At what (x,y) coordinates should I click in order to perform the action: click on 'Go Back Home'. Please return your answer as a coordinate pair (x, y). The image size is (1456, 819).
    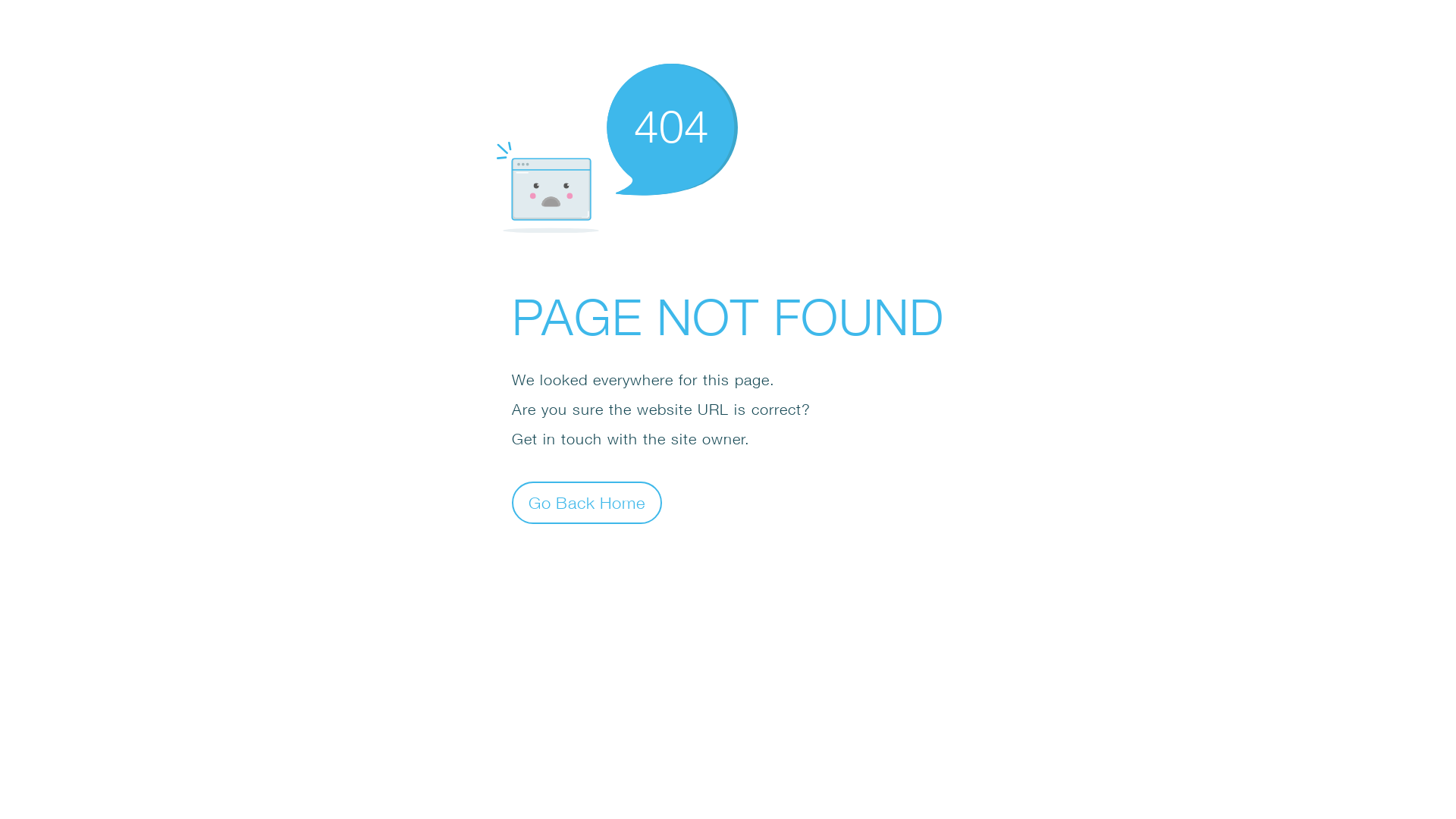
    Looking at the image, I should click on (585, 503).